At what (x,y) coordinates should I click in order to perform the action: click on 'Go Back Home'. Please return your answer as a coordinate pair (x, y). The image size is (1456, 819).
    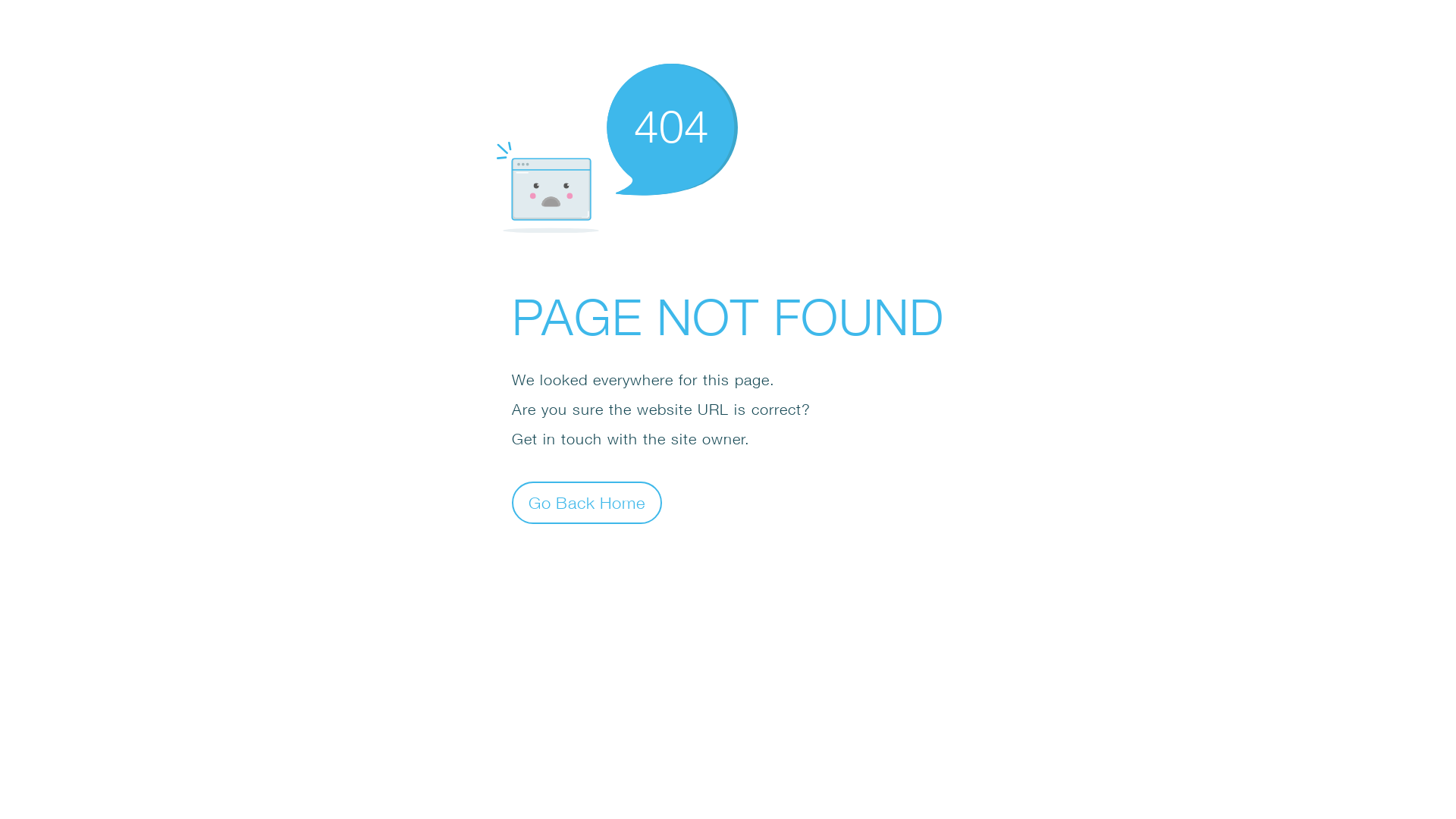
    Looking at the image, I should click on (585, 503).